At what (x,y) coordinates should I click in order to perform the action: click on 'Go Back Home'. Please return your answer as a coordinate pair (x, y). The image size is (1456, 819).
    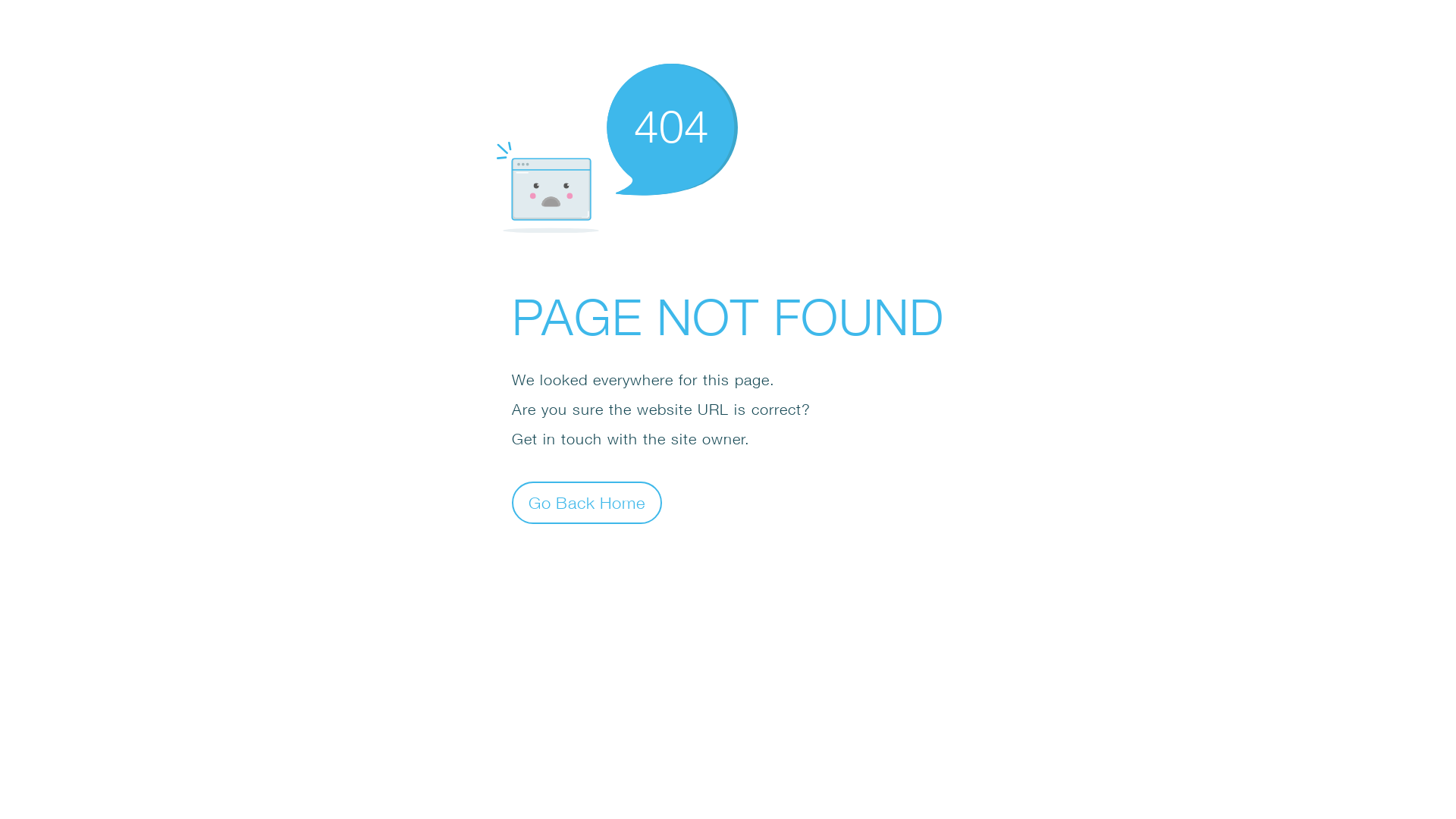
    Looking at the image, I should click on (585, 503).